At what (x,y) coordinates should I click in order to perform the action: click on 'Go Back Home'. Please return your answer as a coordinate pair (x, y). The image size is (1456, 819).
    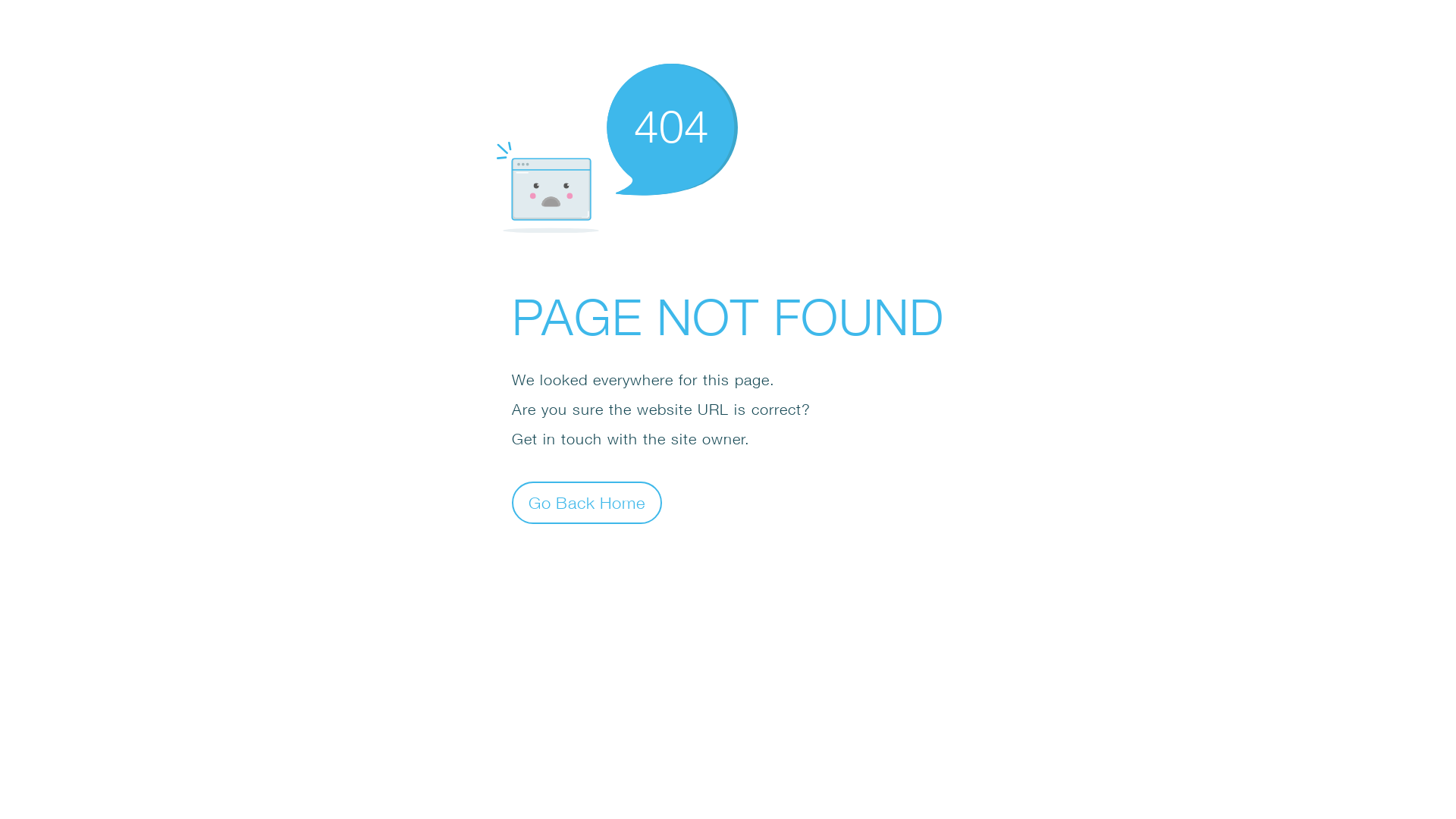
    Looking at the image, I should click on (585, 503).